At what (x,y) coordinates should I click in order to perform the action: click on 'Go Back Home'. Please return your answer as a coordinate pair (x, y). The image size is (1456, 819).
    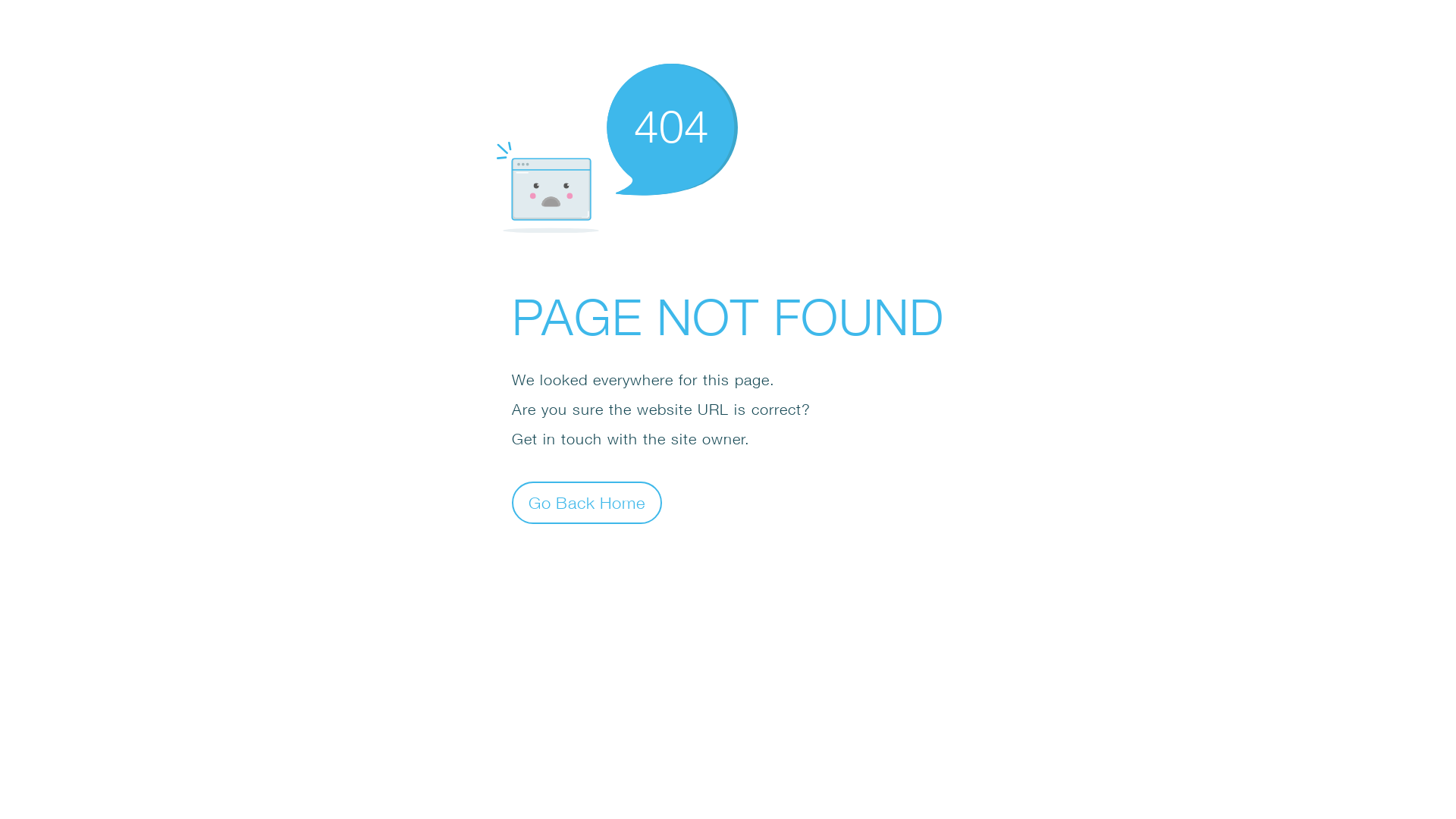
    Looking at the image, I should click on (585, 503).